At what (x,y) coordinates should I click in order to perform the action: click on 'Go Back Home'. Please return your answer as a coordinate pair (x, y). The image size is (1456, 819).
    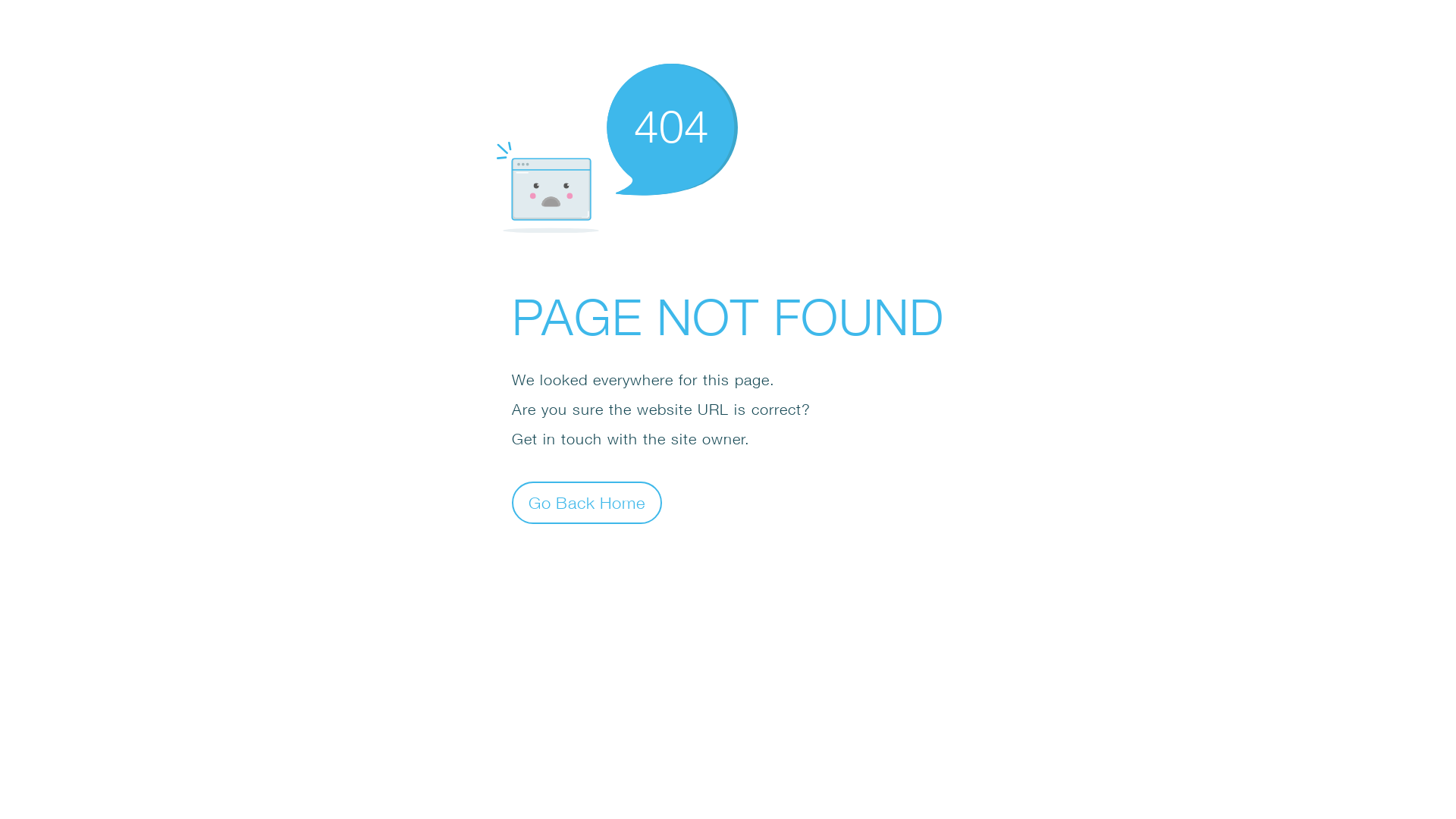
    Looking at the image, I should click on (585, 503).